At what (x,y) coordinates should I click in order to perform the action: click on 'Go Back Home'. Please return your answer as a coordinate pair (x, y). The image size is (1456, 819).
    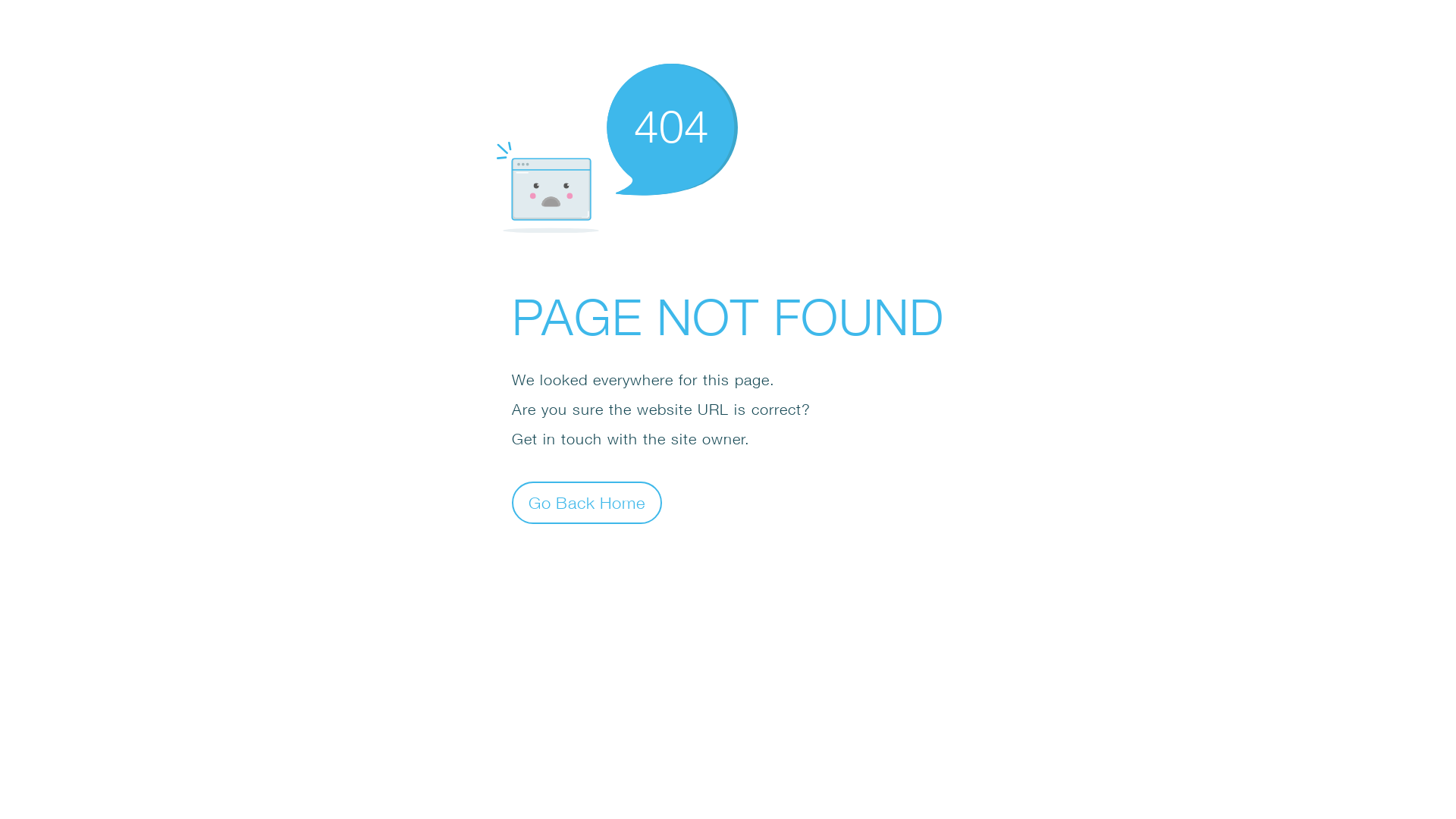
    Looking at the image, I should click on (585, 503).